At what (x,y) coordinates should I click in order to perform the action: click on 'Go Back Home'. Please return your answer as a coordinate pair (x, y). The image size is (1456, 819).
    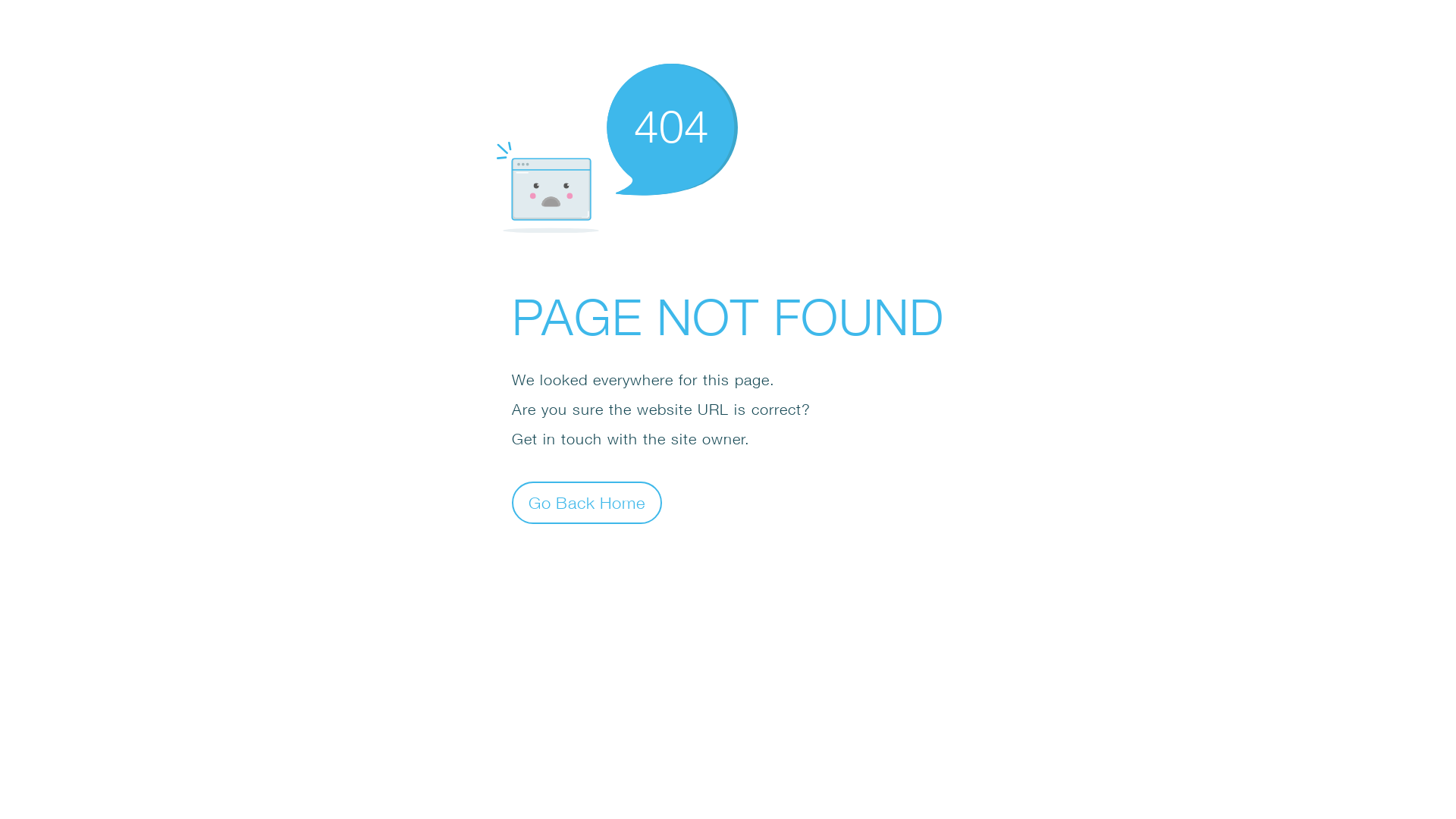
    Looking at the image, I should click on (585, 503).